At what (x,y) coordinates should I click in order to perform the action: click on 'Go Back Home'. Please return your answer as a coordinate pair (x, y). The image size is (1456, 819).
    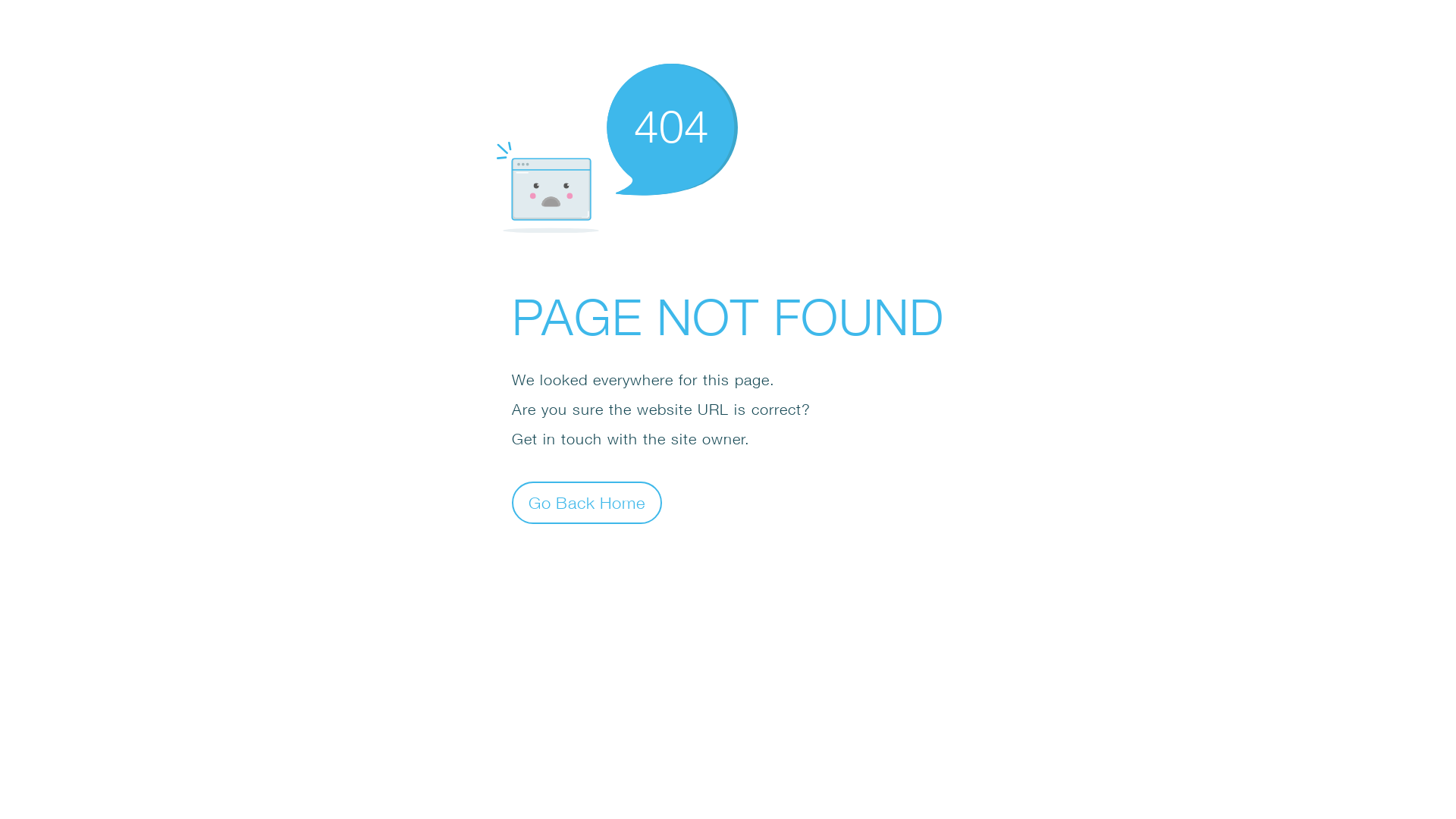
    Looking at the image, I should click on (585, 503).